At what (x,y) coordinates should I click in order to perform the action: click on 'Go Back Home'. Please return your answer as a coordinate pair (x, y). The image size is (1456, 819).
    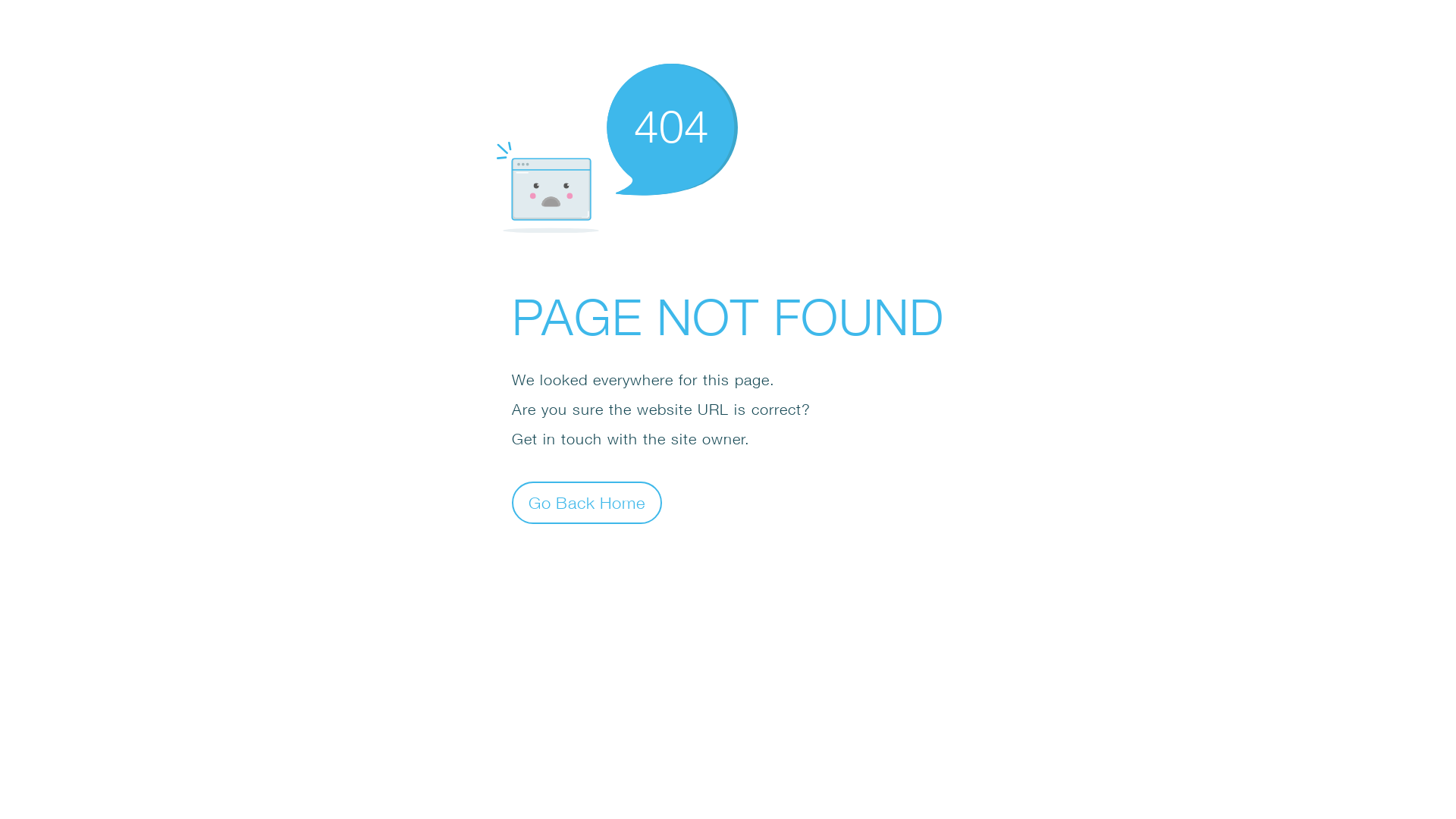
    Looking at the image, I should click on (585, 503).